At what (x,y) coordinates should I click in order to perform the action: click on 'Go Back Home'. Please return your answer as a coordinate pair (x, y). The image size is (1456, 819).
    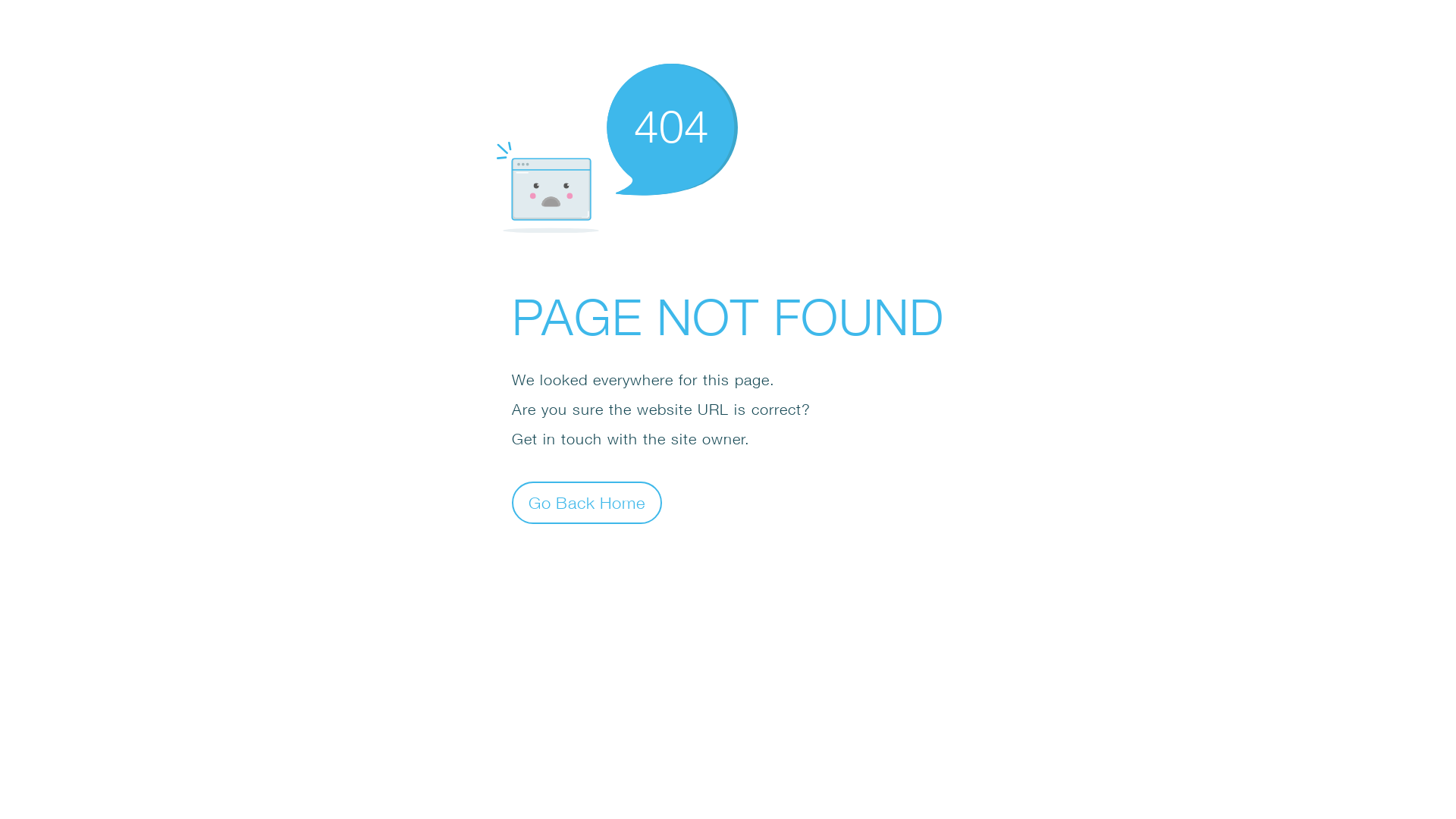
    Looking at the image, I should click on (585, 503).